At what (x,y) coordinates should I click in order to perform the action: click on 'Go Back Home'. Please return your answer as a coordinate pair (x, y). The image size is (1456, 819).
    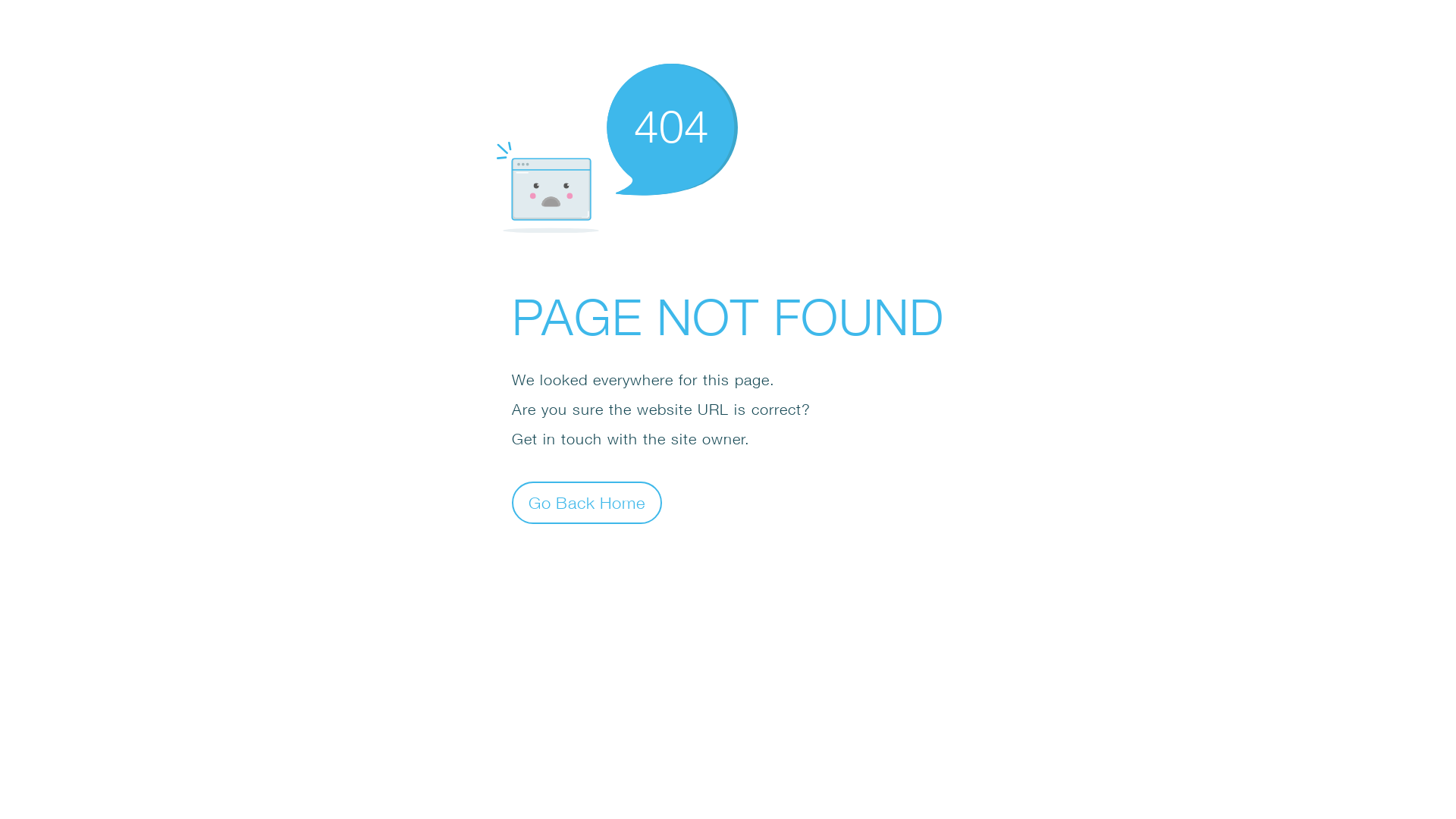
    Looking at the image, I should click on (585, 503).